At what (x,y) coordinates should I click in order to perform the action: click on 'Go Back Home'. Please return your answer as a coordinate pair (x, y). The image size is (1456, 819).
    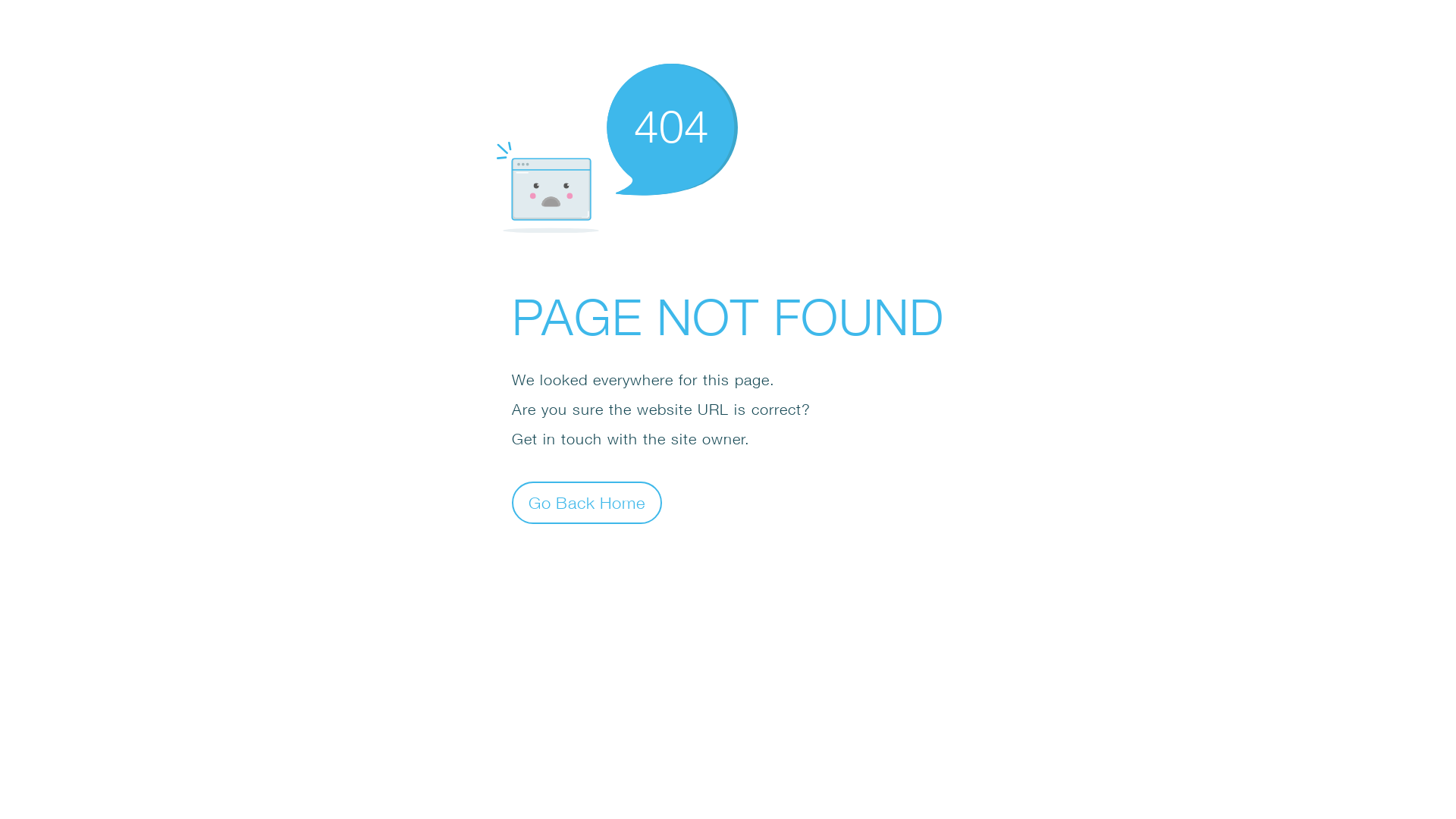
    Looking at the image, I should click on (585, 503).